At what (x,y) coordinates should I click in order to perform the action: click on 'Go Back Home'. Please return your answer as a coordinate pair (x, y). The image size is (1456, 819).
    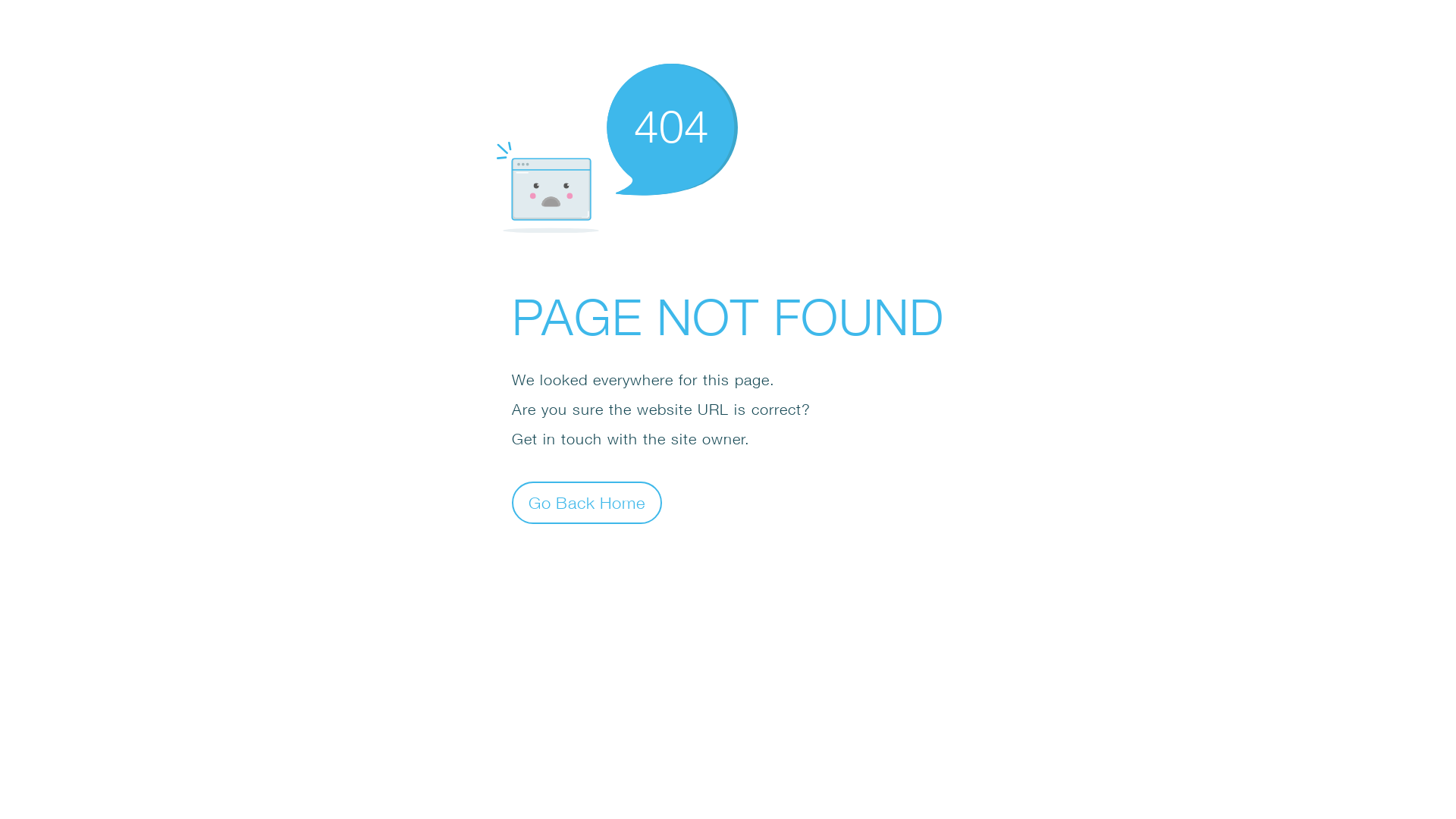
    Looking at the image, I should click on (585, 503).